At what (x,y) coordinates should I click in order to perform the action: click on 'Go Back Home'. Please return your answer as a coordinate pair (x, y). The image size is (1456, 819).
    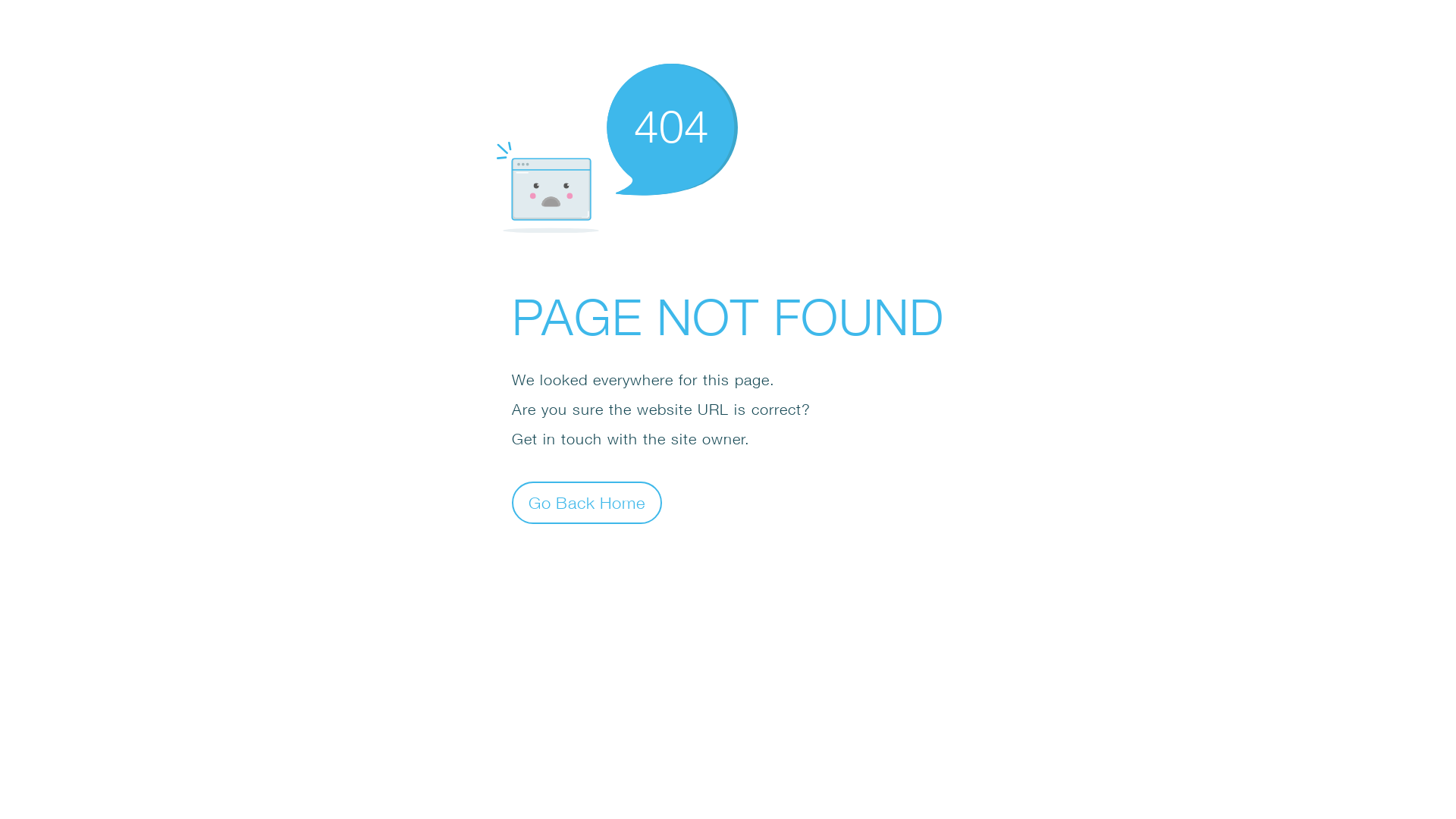
    Looking at the image, I should click on (585, 503).